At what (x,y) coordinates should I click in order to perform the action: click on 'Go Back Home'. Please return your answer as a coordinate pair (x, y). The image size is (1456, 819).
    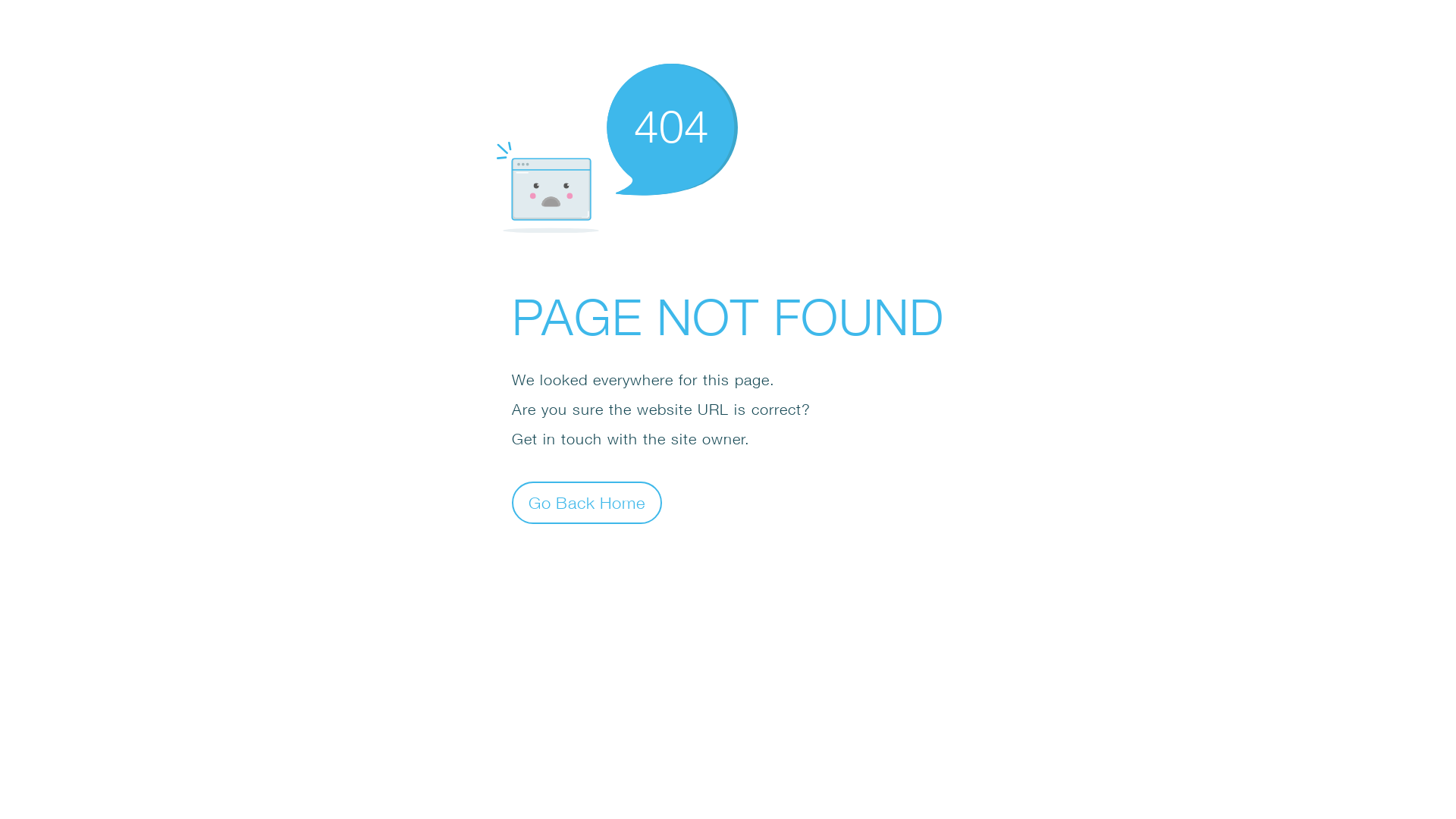
    Looking at the image, I should click on (585, 503).